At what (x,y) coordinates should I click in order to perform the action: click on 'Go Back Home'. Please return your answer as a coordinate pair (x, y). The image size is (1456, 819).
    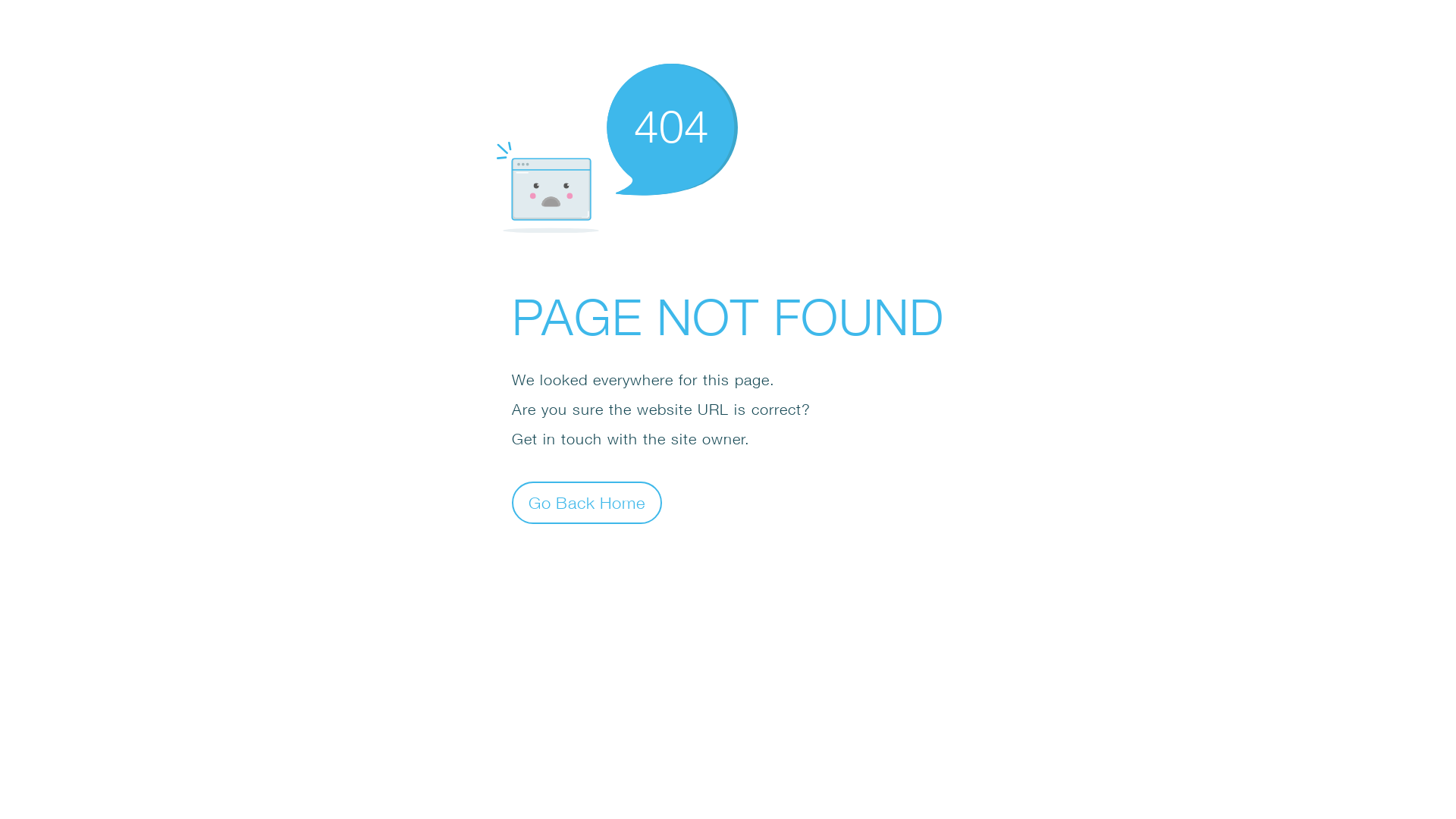
    Looking at the image, I should click on (585, 503).